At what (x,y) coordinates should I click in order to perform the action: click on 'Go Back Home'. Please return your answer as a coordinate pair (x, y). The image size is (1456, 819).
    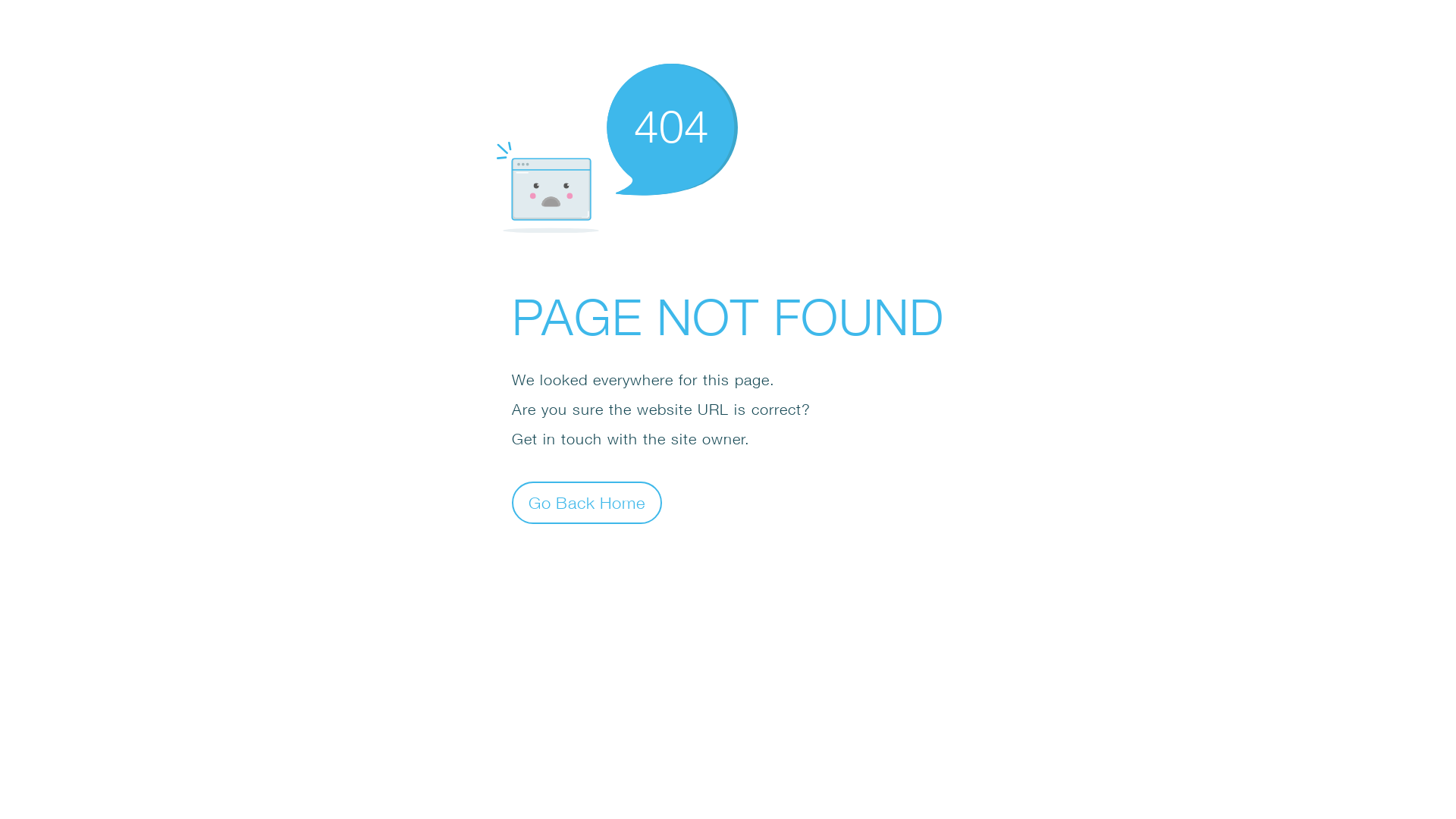
    Looking at the image, I should click on (585, 503).